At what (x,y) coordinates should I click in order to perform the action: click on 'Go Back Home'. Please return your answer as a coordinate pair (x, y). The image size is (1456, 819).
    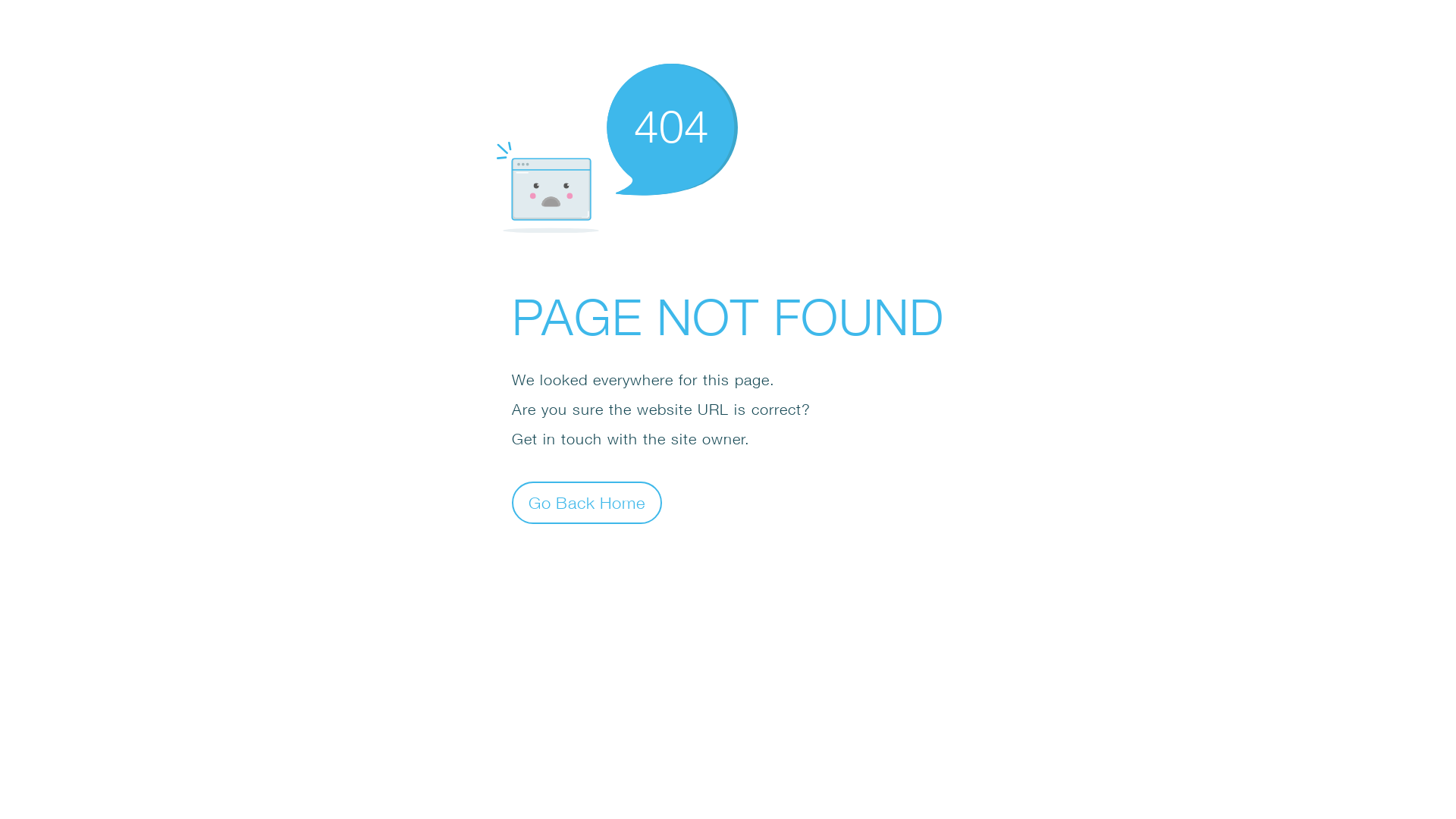
    Looking at the image, I should click on (585, 503).